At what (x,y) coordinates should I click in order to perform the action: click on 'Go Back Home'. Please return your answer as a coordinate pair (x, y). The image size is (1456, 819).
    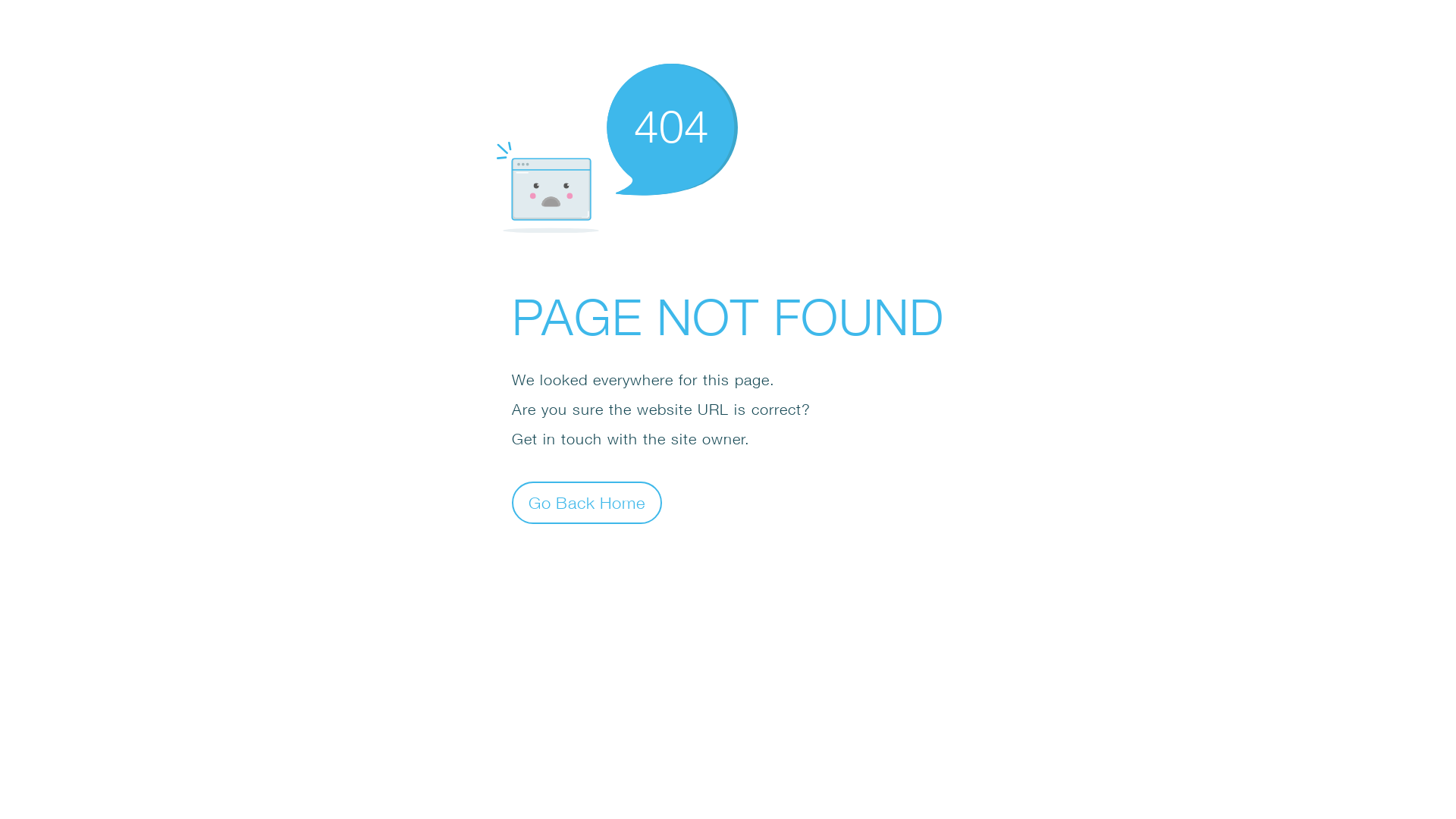
    Looking at the image, I should click on (585, 503).